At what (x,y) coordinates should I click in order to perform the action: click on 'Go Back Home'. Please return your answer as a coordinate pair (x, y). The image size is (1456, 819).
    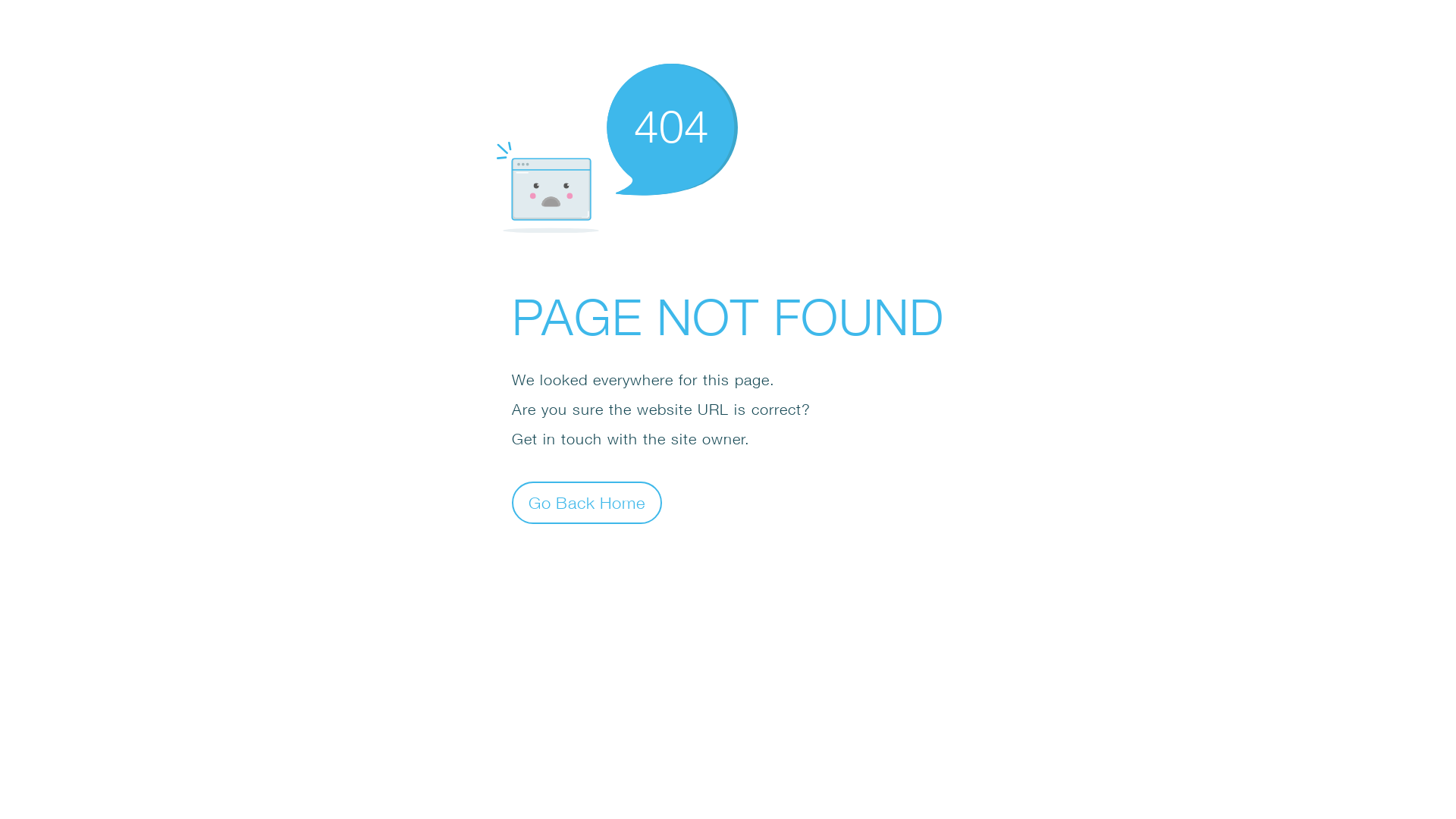
    Looking at the image, I should click on (585, 503).